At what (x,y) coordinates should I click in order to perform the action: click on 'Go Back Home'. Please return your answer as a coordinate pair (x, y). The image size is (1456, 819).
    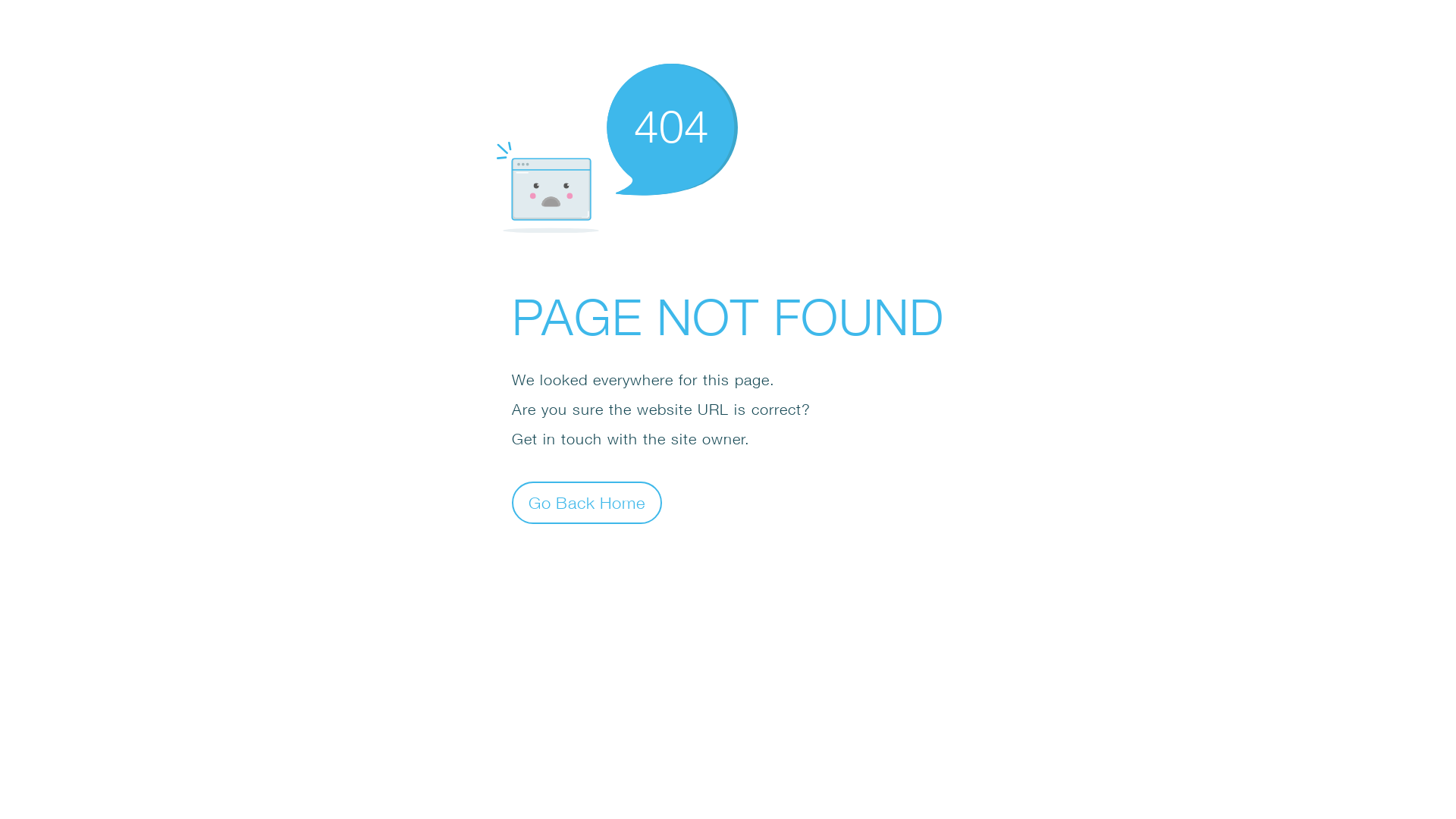
    Looking at the image, I should click on (585, 503).